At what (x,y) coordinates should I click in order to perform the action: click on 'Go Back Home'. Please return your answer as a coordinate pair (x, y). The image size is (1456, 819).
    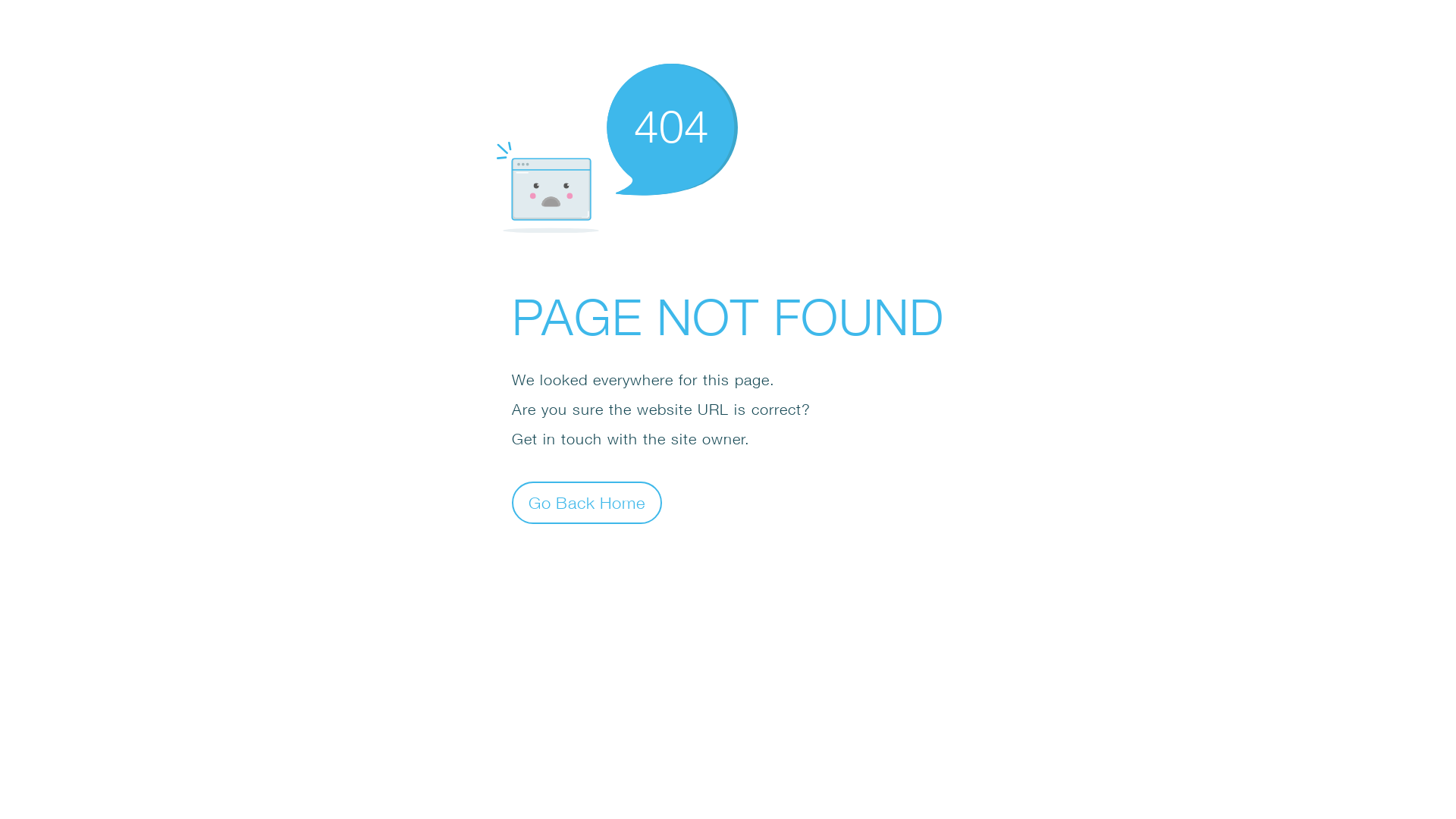
    Looking at the image, I should click on (585, 503).